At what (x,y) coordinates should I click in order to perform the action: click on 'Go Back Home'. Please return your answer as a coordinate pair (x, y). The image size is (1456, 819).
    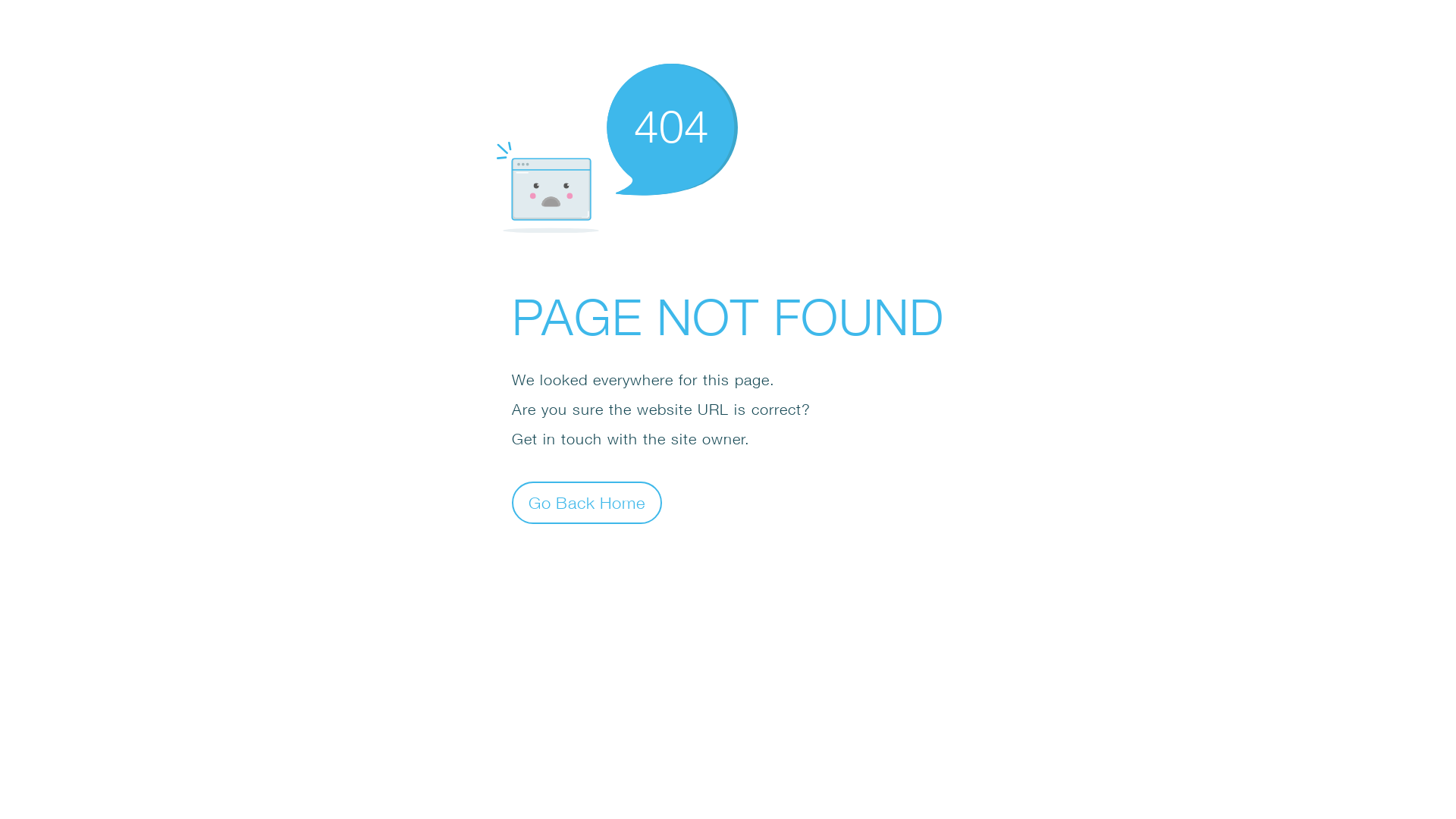
    Looking at the image, I should click on (585, 503).